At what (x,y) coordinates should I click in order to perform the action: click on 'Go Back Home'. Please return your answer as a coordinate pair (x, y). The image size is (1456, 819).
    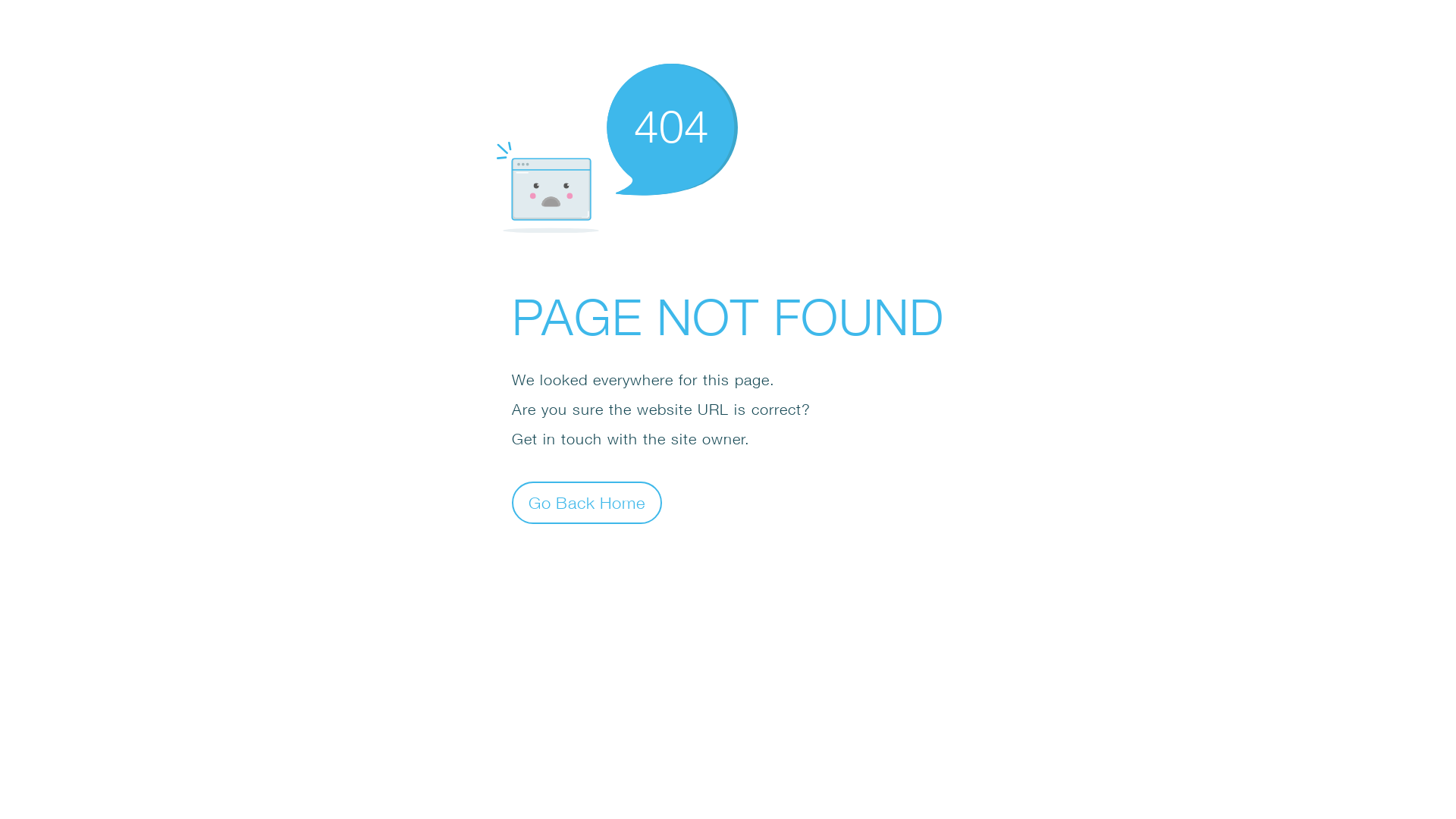
    Looking at the image, I should click on (585, 503).